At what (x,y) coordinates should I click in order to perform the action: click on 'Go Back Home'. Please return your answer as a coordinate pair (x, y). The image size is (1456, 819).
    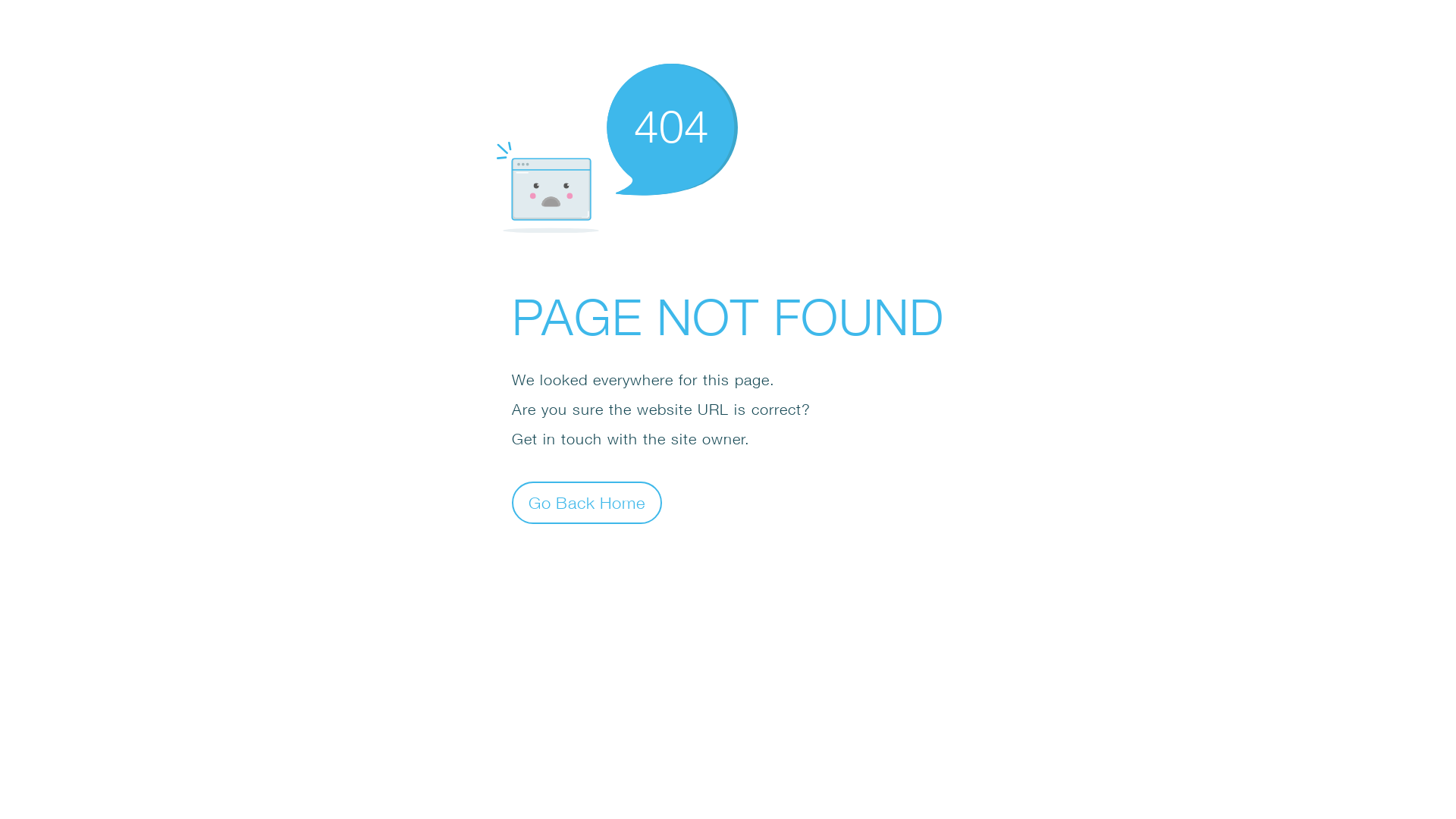
    Looking at the image, I should click on (585, 503).